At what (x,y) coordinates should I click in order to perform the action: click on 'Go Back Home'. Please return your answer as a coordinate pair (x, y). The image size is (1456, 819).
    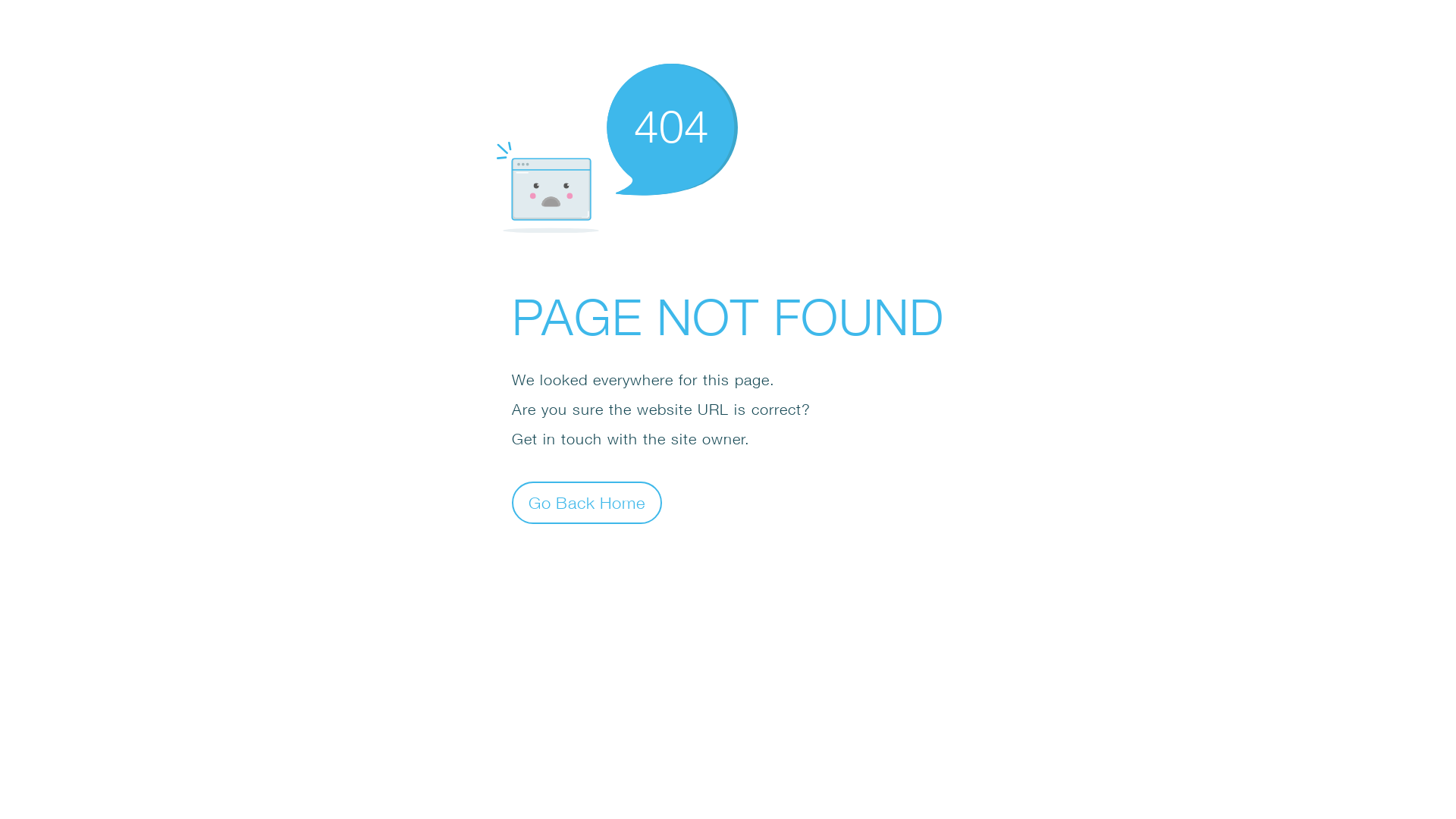
    Looking at the image, I should click on (585, 503).